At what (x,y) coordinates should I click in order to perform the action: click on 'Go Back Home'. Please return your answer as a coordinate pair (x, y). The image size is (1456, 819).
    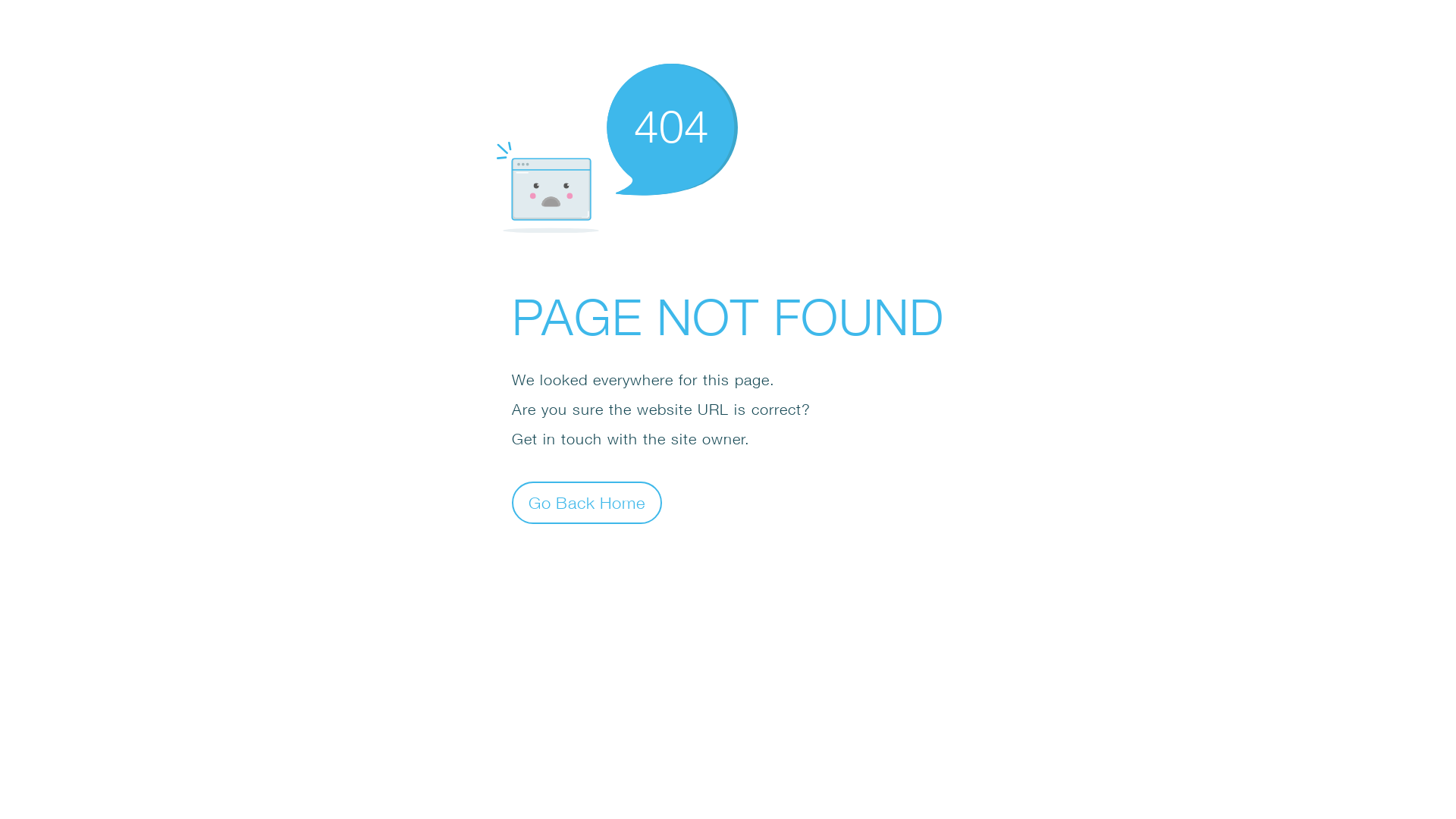
    Looking at the image, I should click on (585, 503).